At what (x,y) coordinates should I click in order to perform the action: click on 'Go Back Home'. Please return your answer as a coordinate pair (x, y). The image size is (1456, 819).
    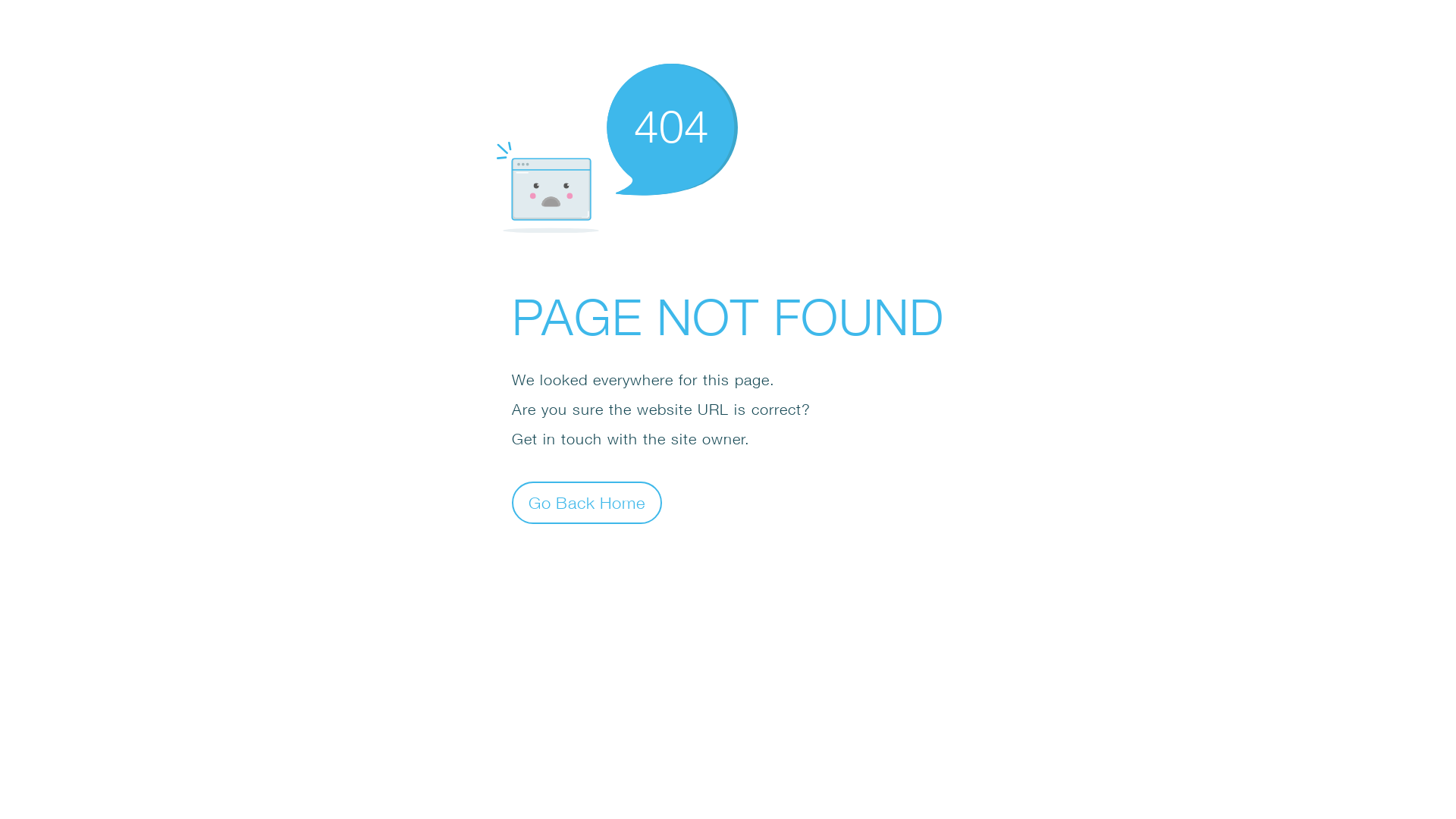
    Looking at the image, I should click on (585, 503).